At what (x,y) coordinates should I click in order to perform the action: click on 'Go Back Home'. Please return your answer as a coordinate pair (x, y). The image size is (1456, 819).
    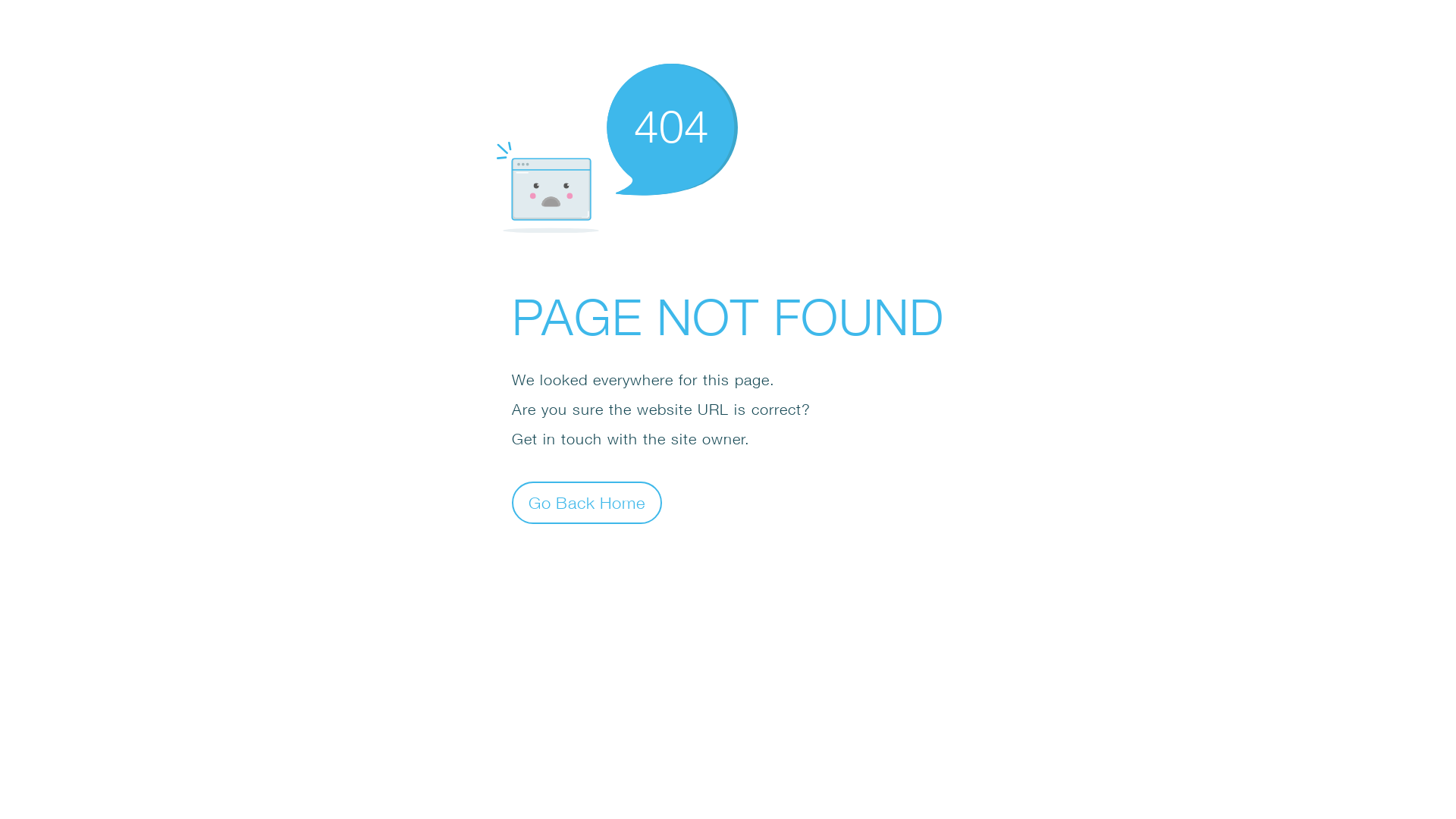
    Looking at the image, I should click on (585, 503).